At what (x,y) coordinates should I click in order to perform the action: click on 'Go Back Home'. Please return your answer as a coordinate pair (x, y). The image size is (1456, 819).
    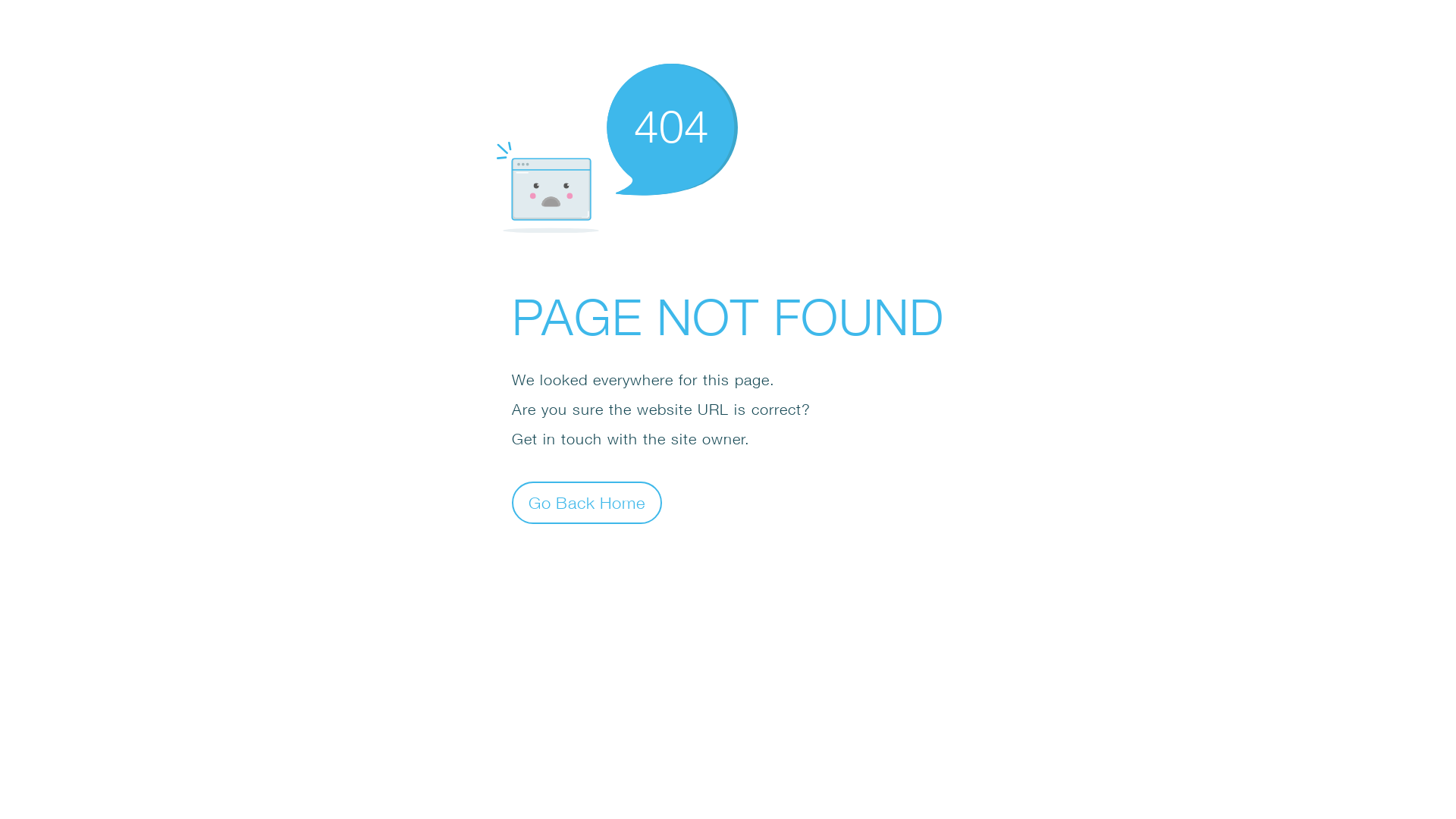
    Looking at the image, I should click on (585, 503).